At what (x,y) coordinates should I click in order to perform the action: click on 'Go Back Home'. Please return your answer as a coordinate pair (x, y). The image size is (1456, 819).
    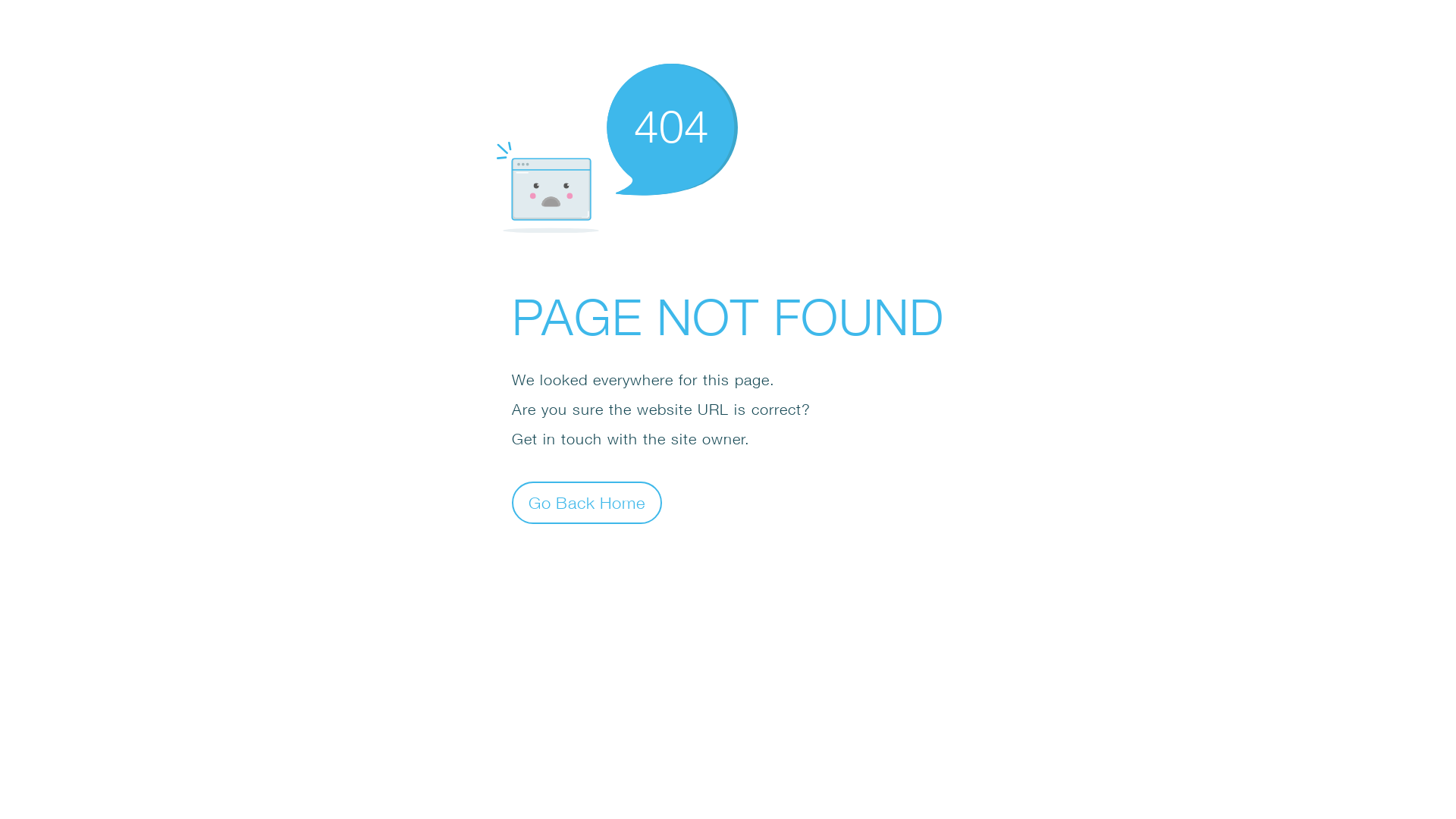
    Looking at the image, I should click on (585, 503).